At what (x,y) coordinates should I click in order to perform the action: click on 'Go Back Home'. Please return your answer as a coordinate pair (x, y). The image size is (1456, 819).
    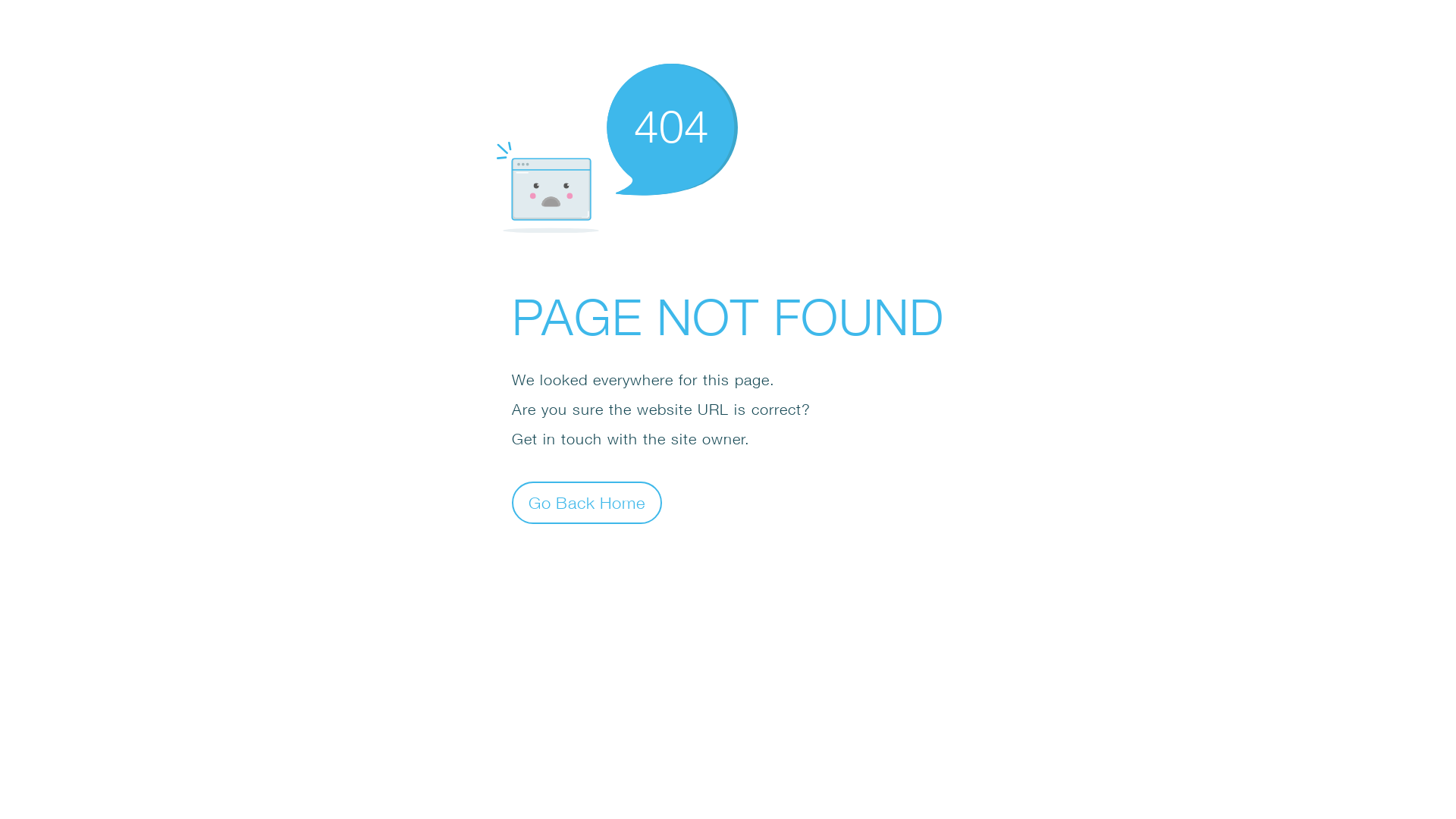
    Looking at the image, I should click on (585, 503).